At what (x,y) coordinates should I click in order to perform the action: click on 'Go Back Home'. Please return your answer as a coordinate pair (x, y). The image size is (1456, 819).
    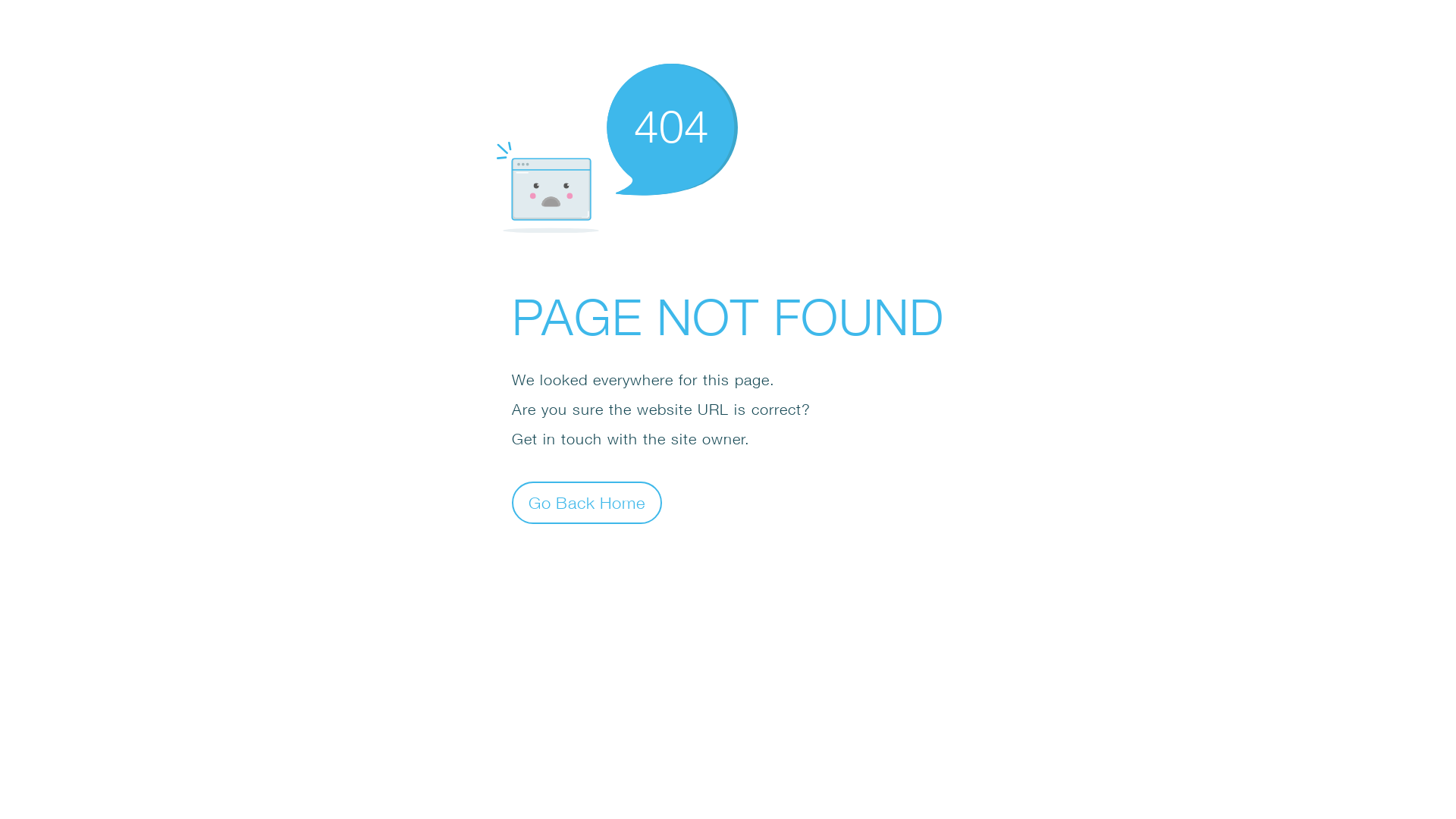
    Looking at the image, I should click on (585, 503).